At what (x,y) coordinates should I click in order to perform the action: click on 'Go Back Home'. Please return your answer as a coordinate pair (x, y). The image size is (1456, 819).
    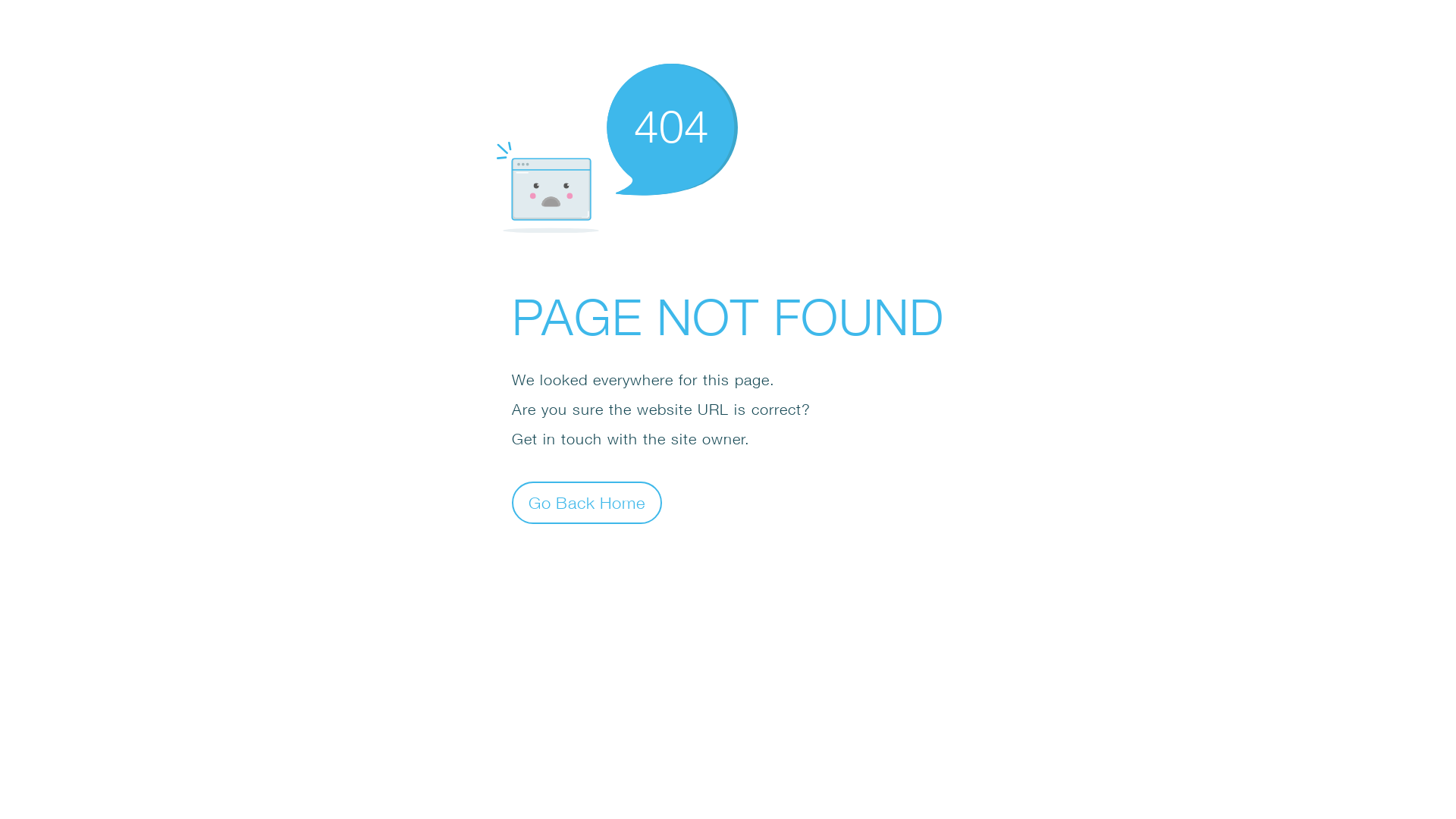
    Looking at the image, I should click on (585, 503).